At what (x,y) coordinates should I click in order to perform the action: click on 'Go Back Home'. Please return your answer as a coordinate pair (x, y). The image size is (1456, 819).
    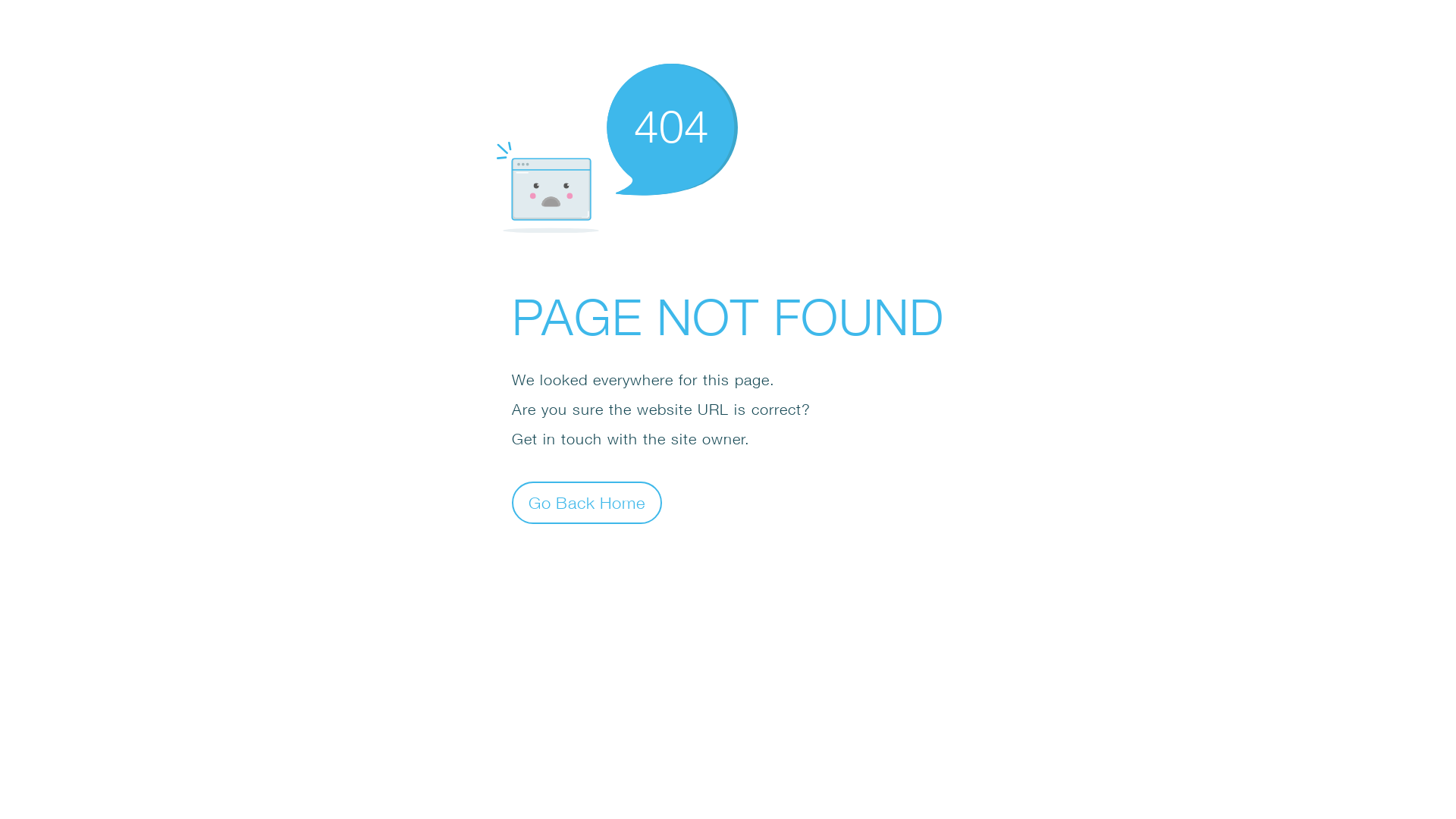
    Looking at the image, I should click on (585, 503).